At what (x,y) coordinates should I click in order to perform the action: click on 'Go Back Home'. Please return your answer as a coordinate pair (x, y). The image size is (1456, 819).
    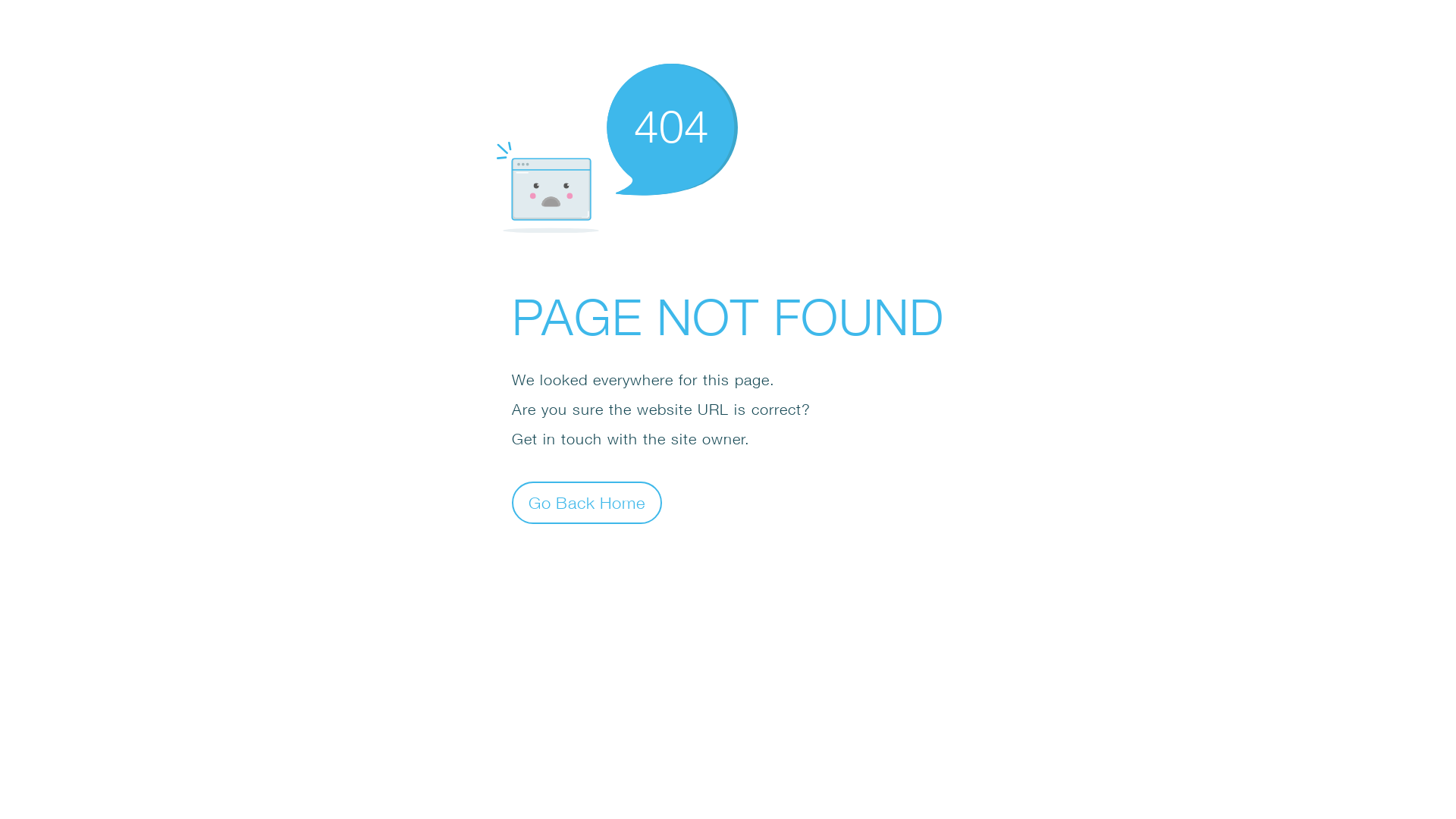
    Looking at the image, I should click on (585, 503).